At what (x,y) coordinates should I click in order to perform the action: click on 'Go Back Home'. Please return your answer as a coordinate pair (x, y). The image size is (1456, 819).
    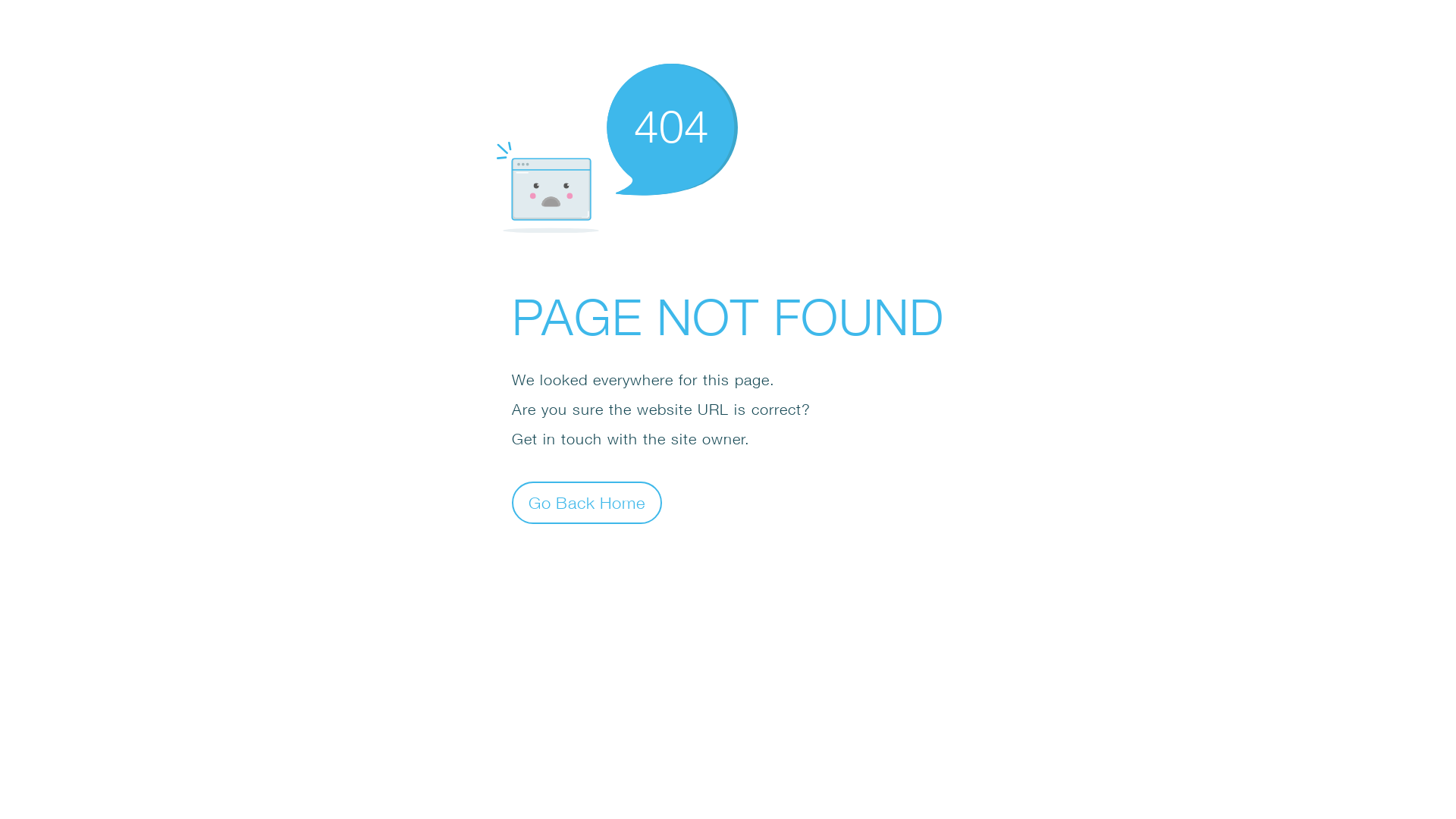
    Looking at the image, I should click on (585, 503).